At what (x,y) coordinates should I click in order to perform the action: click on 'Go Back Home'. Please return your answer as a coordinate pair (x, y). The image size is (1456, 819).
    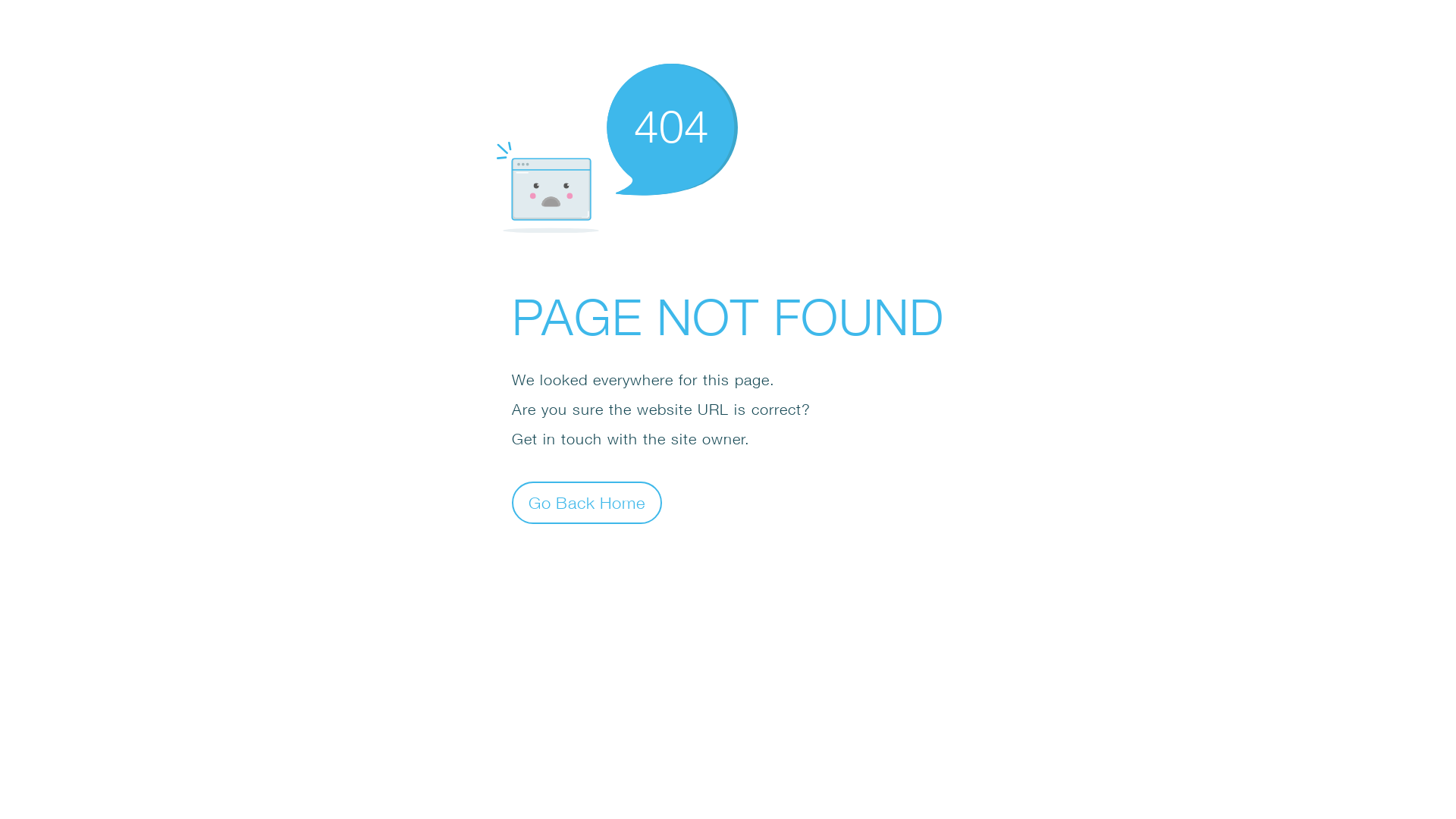
    Looking at the image, I should click on (585, 503).